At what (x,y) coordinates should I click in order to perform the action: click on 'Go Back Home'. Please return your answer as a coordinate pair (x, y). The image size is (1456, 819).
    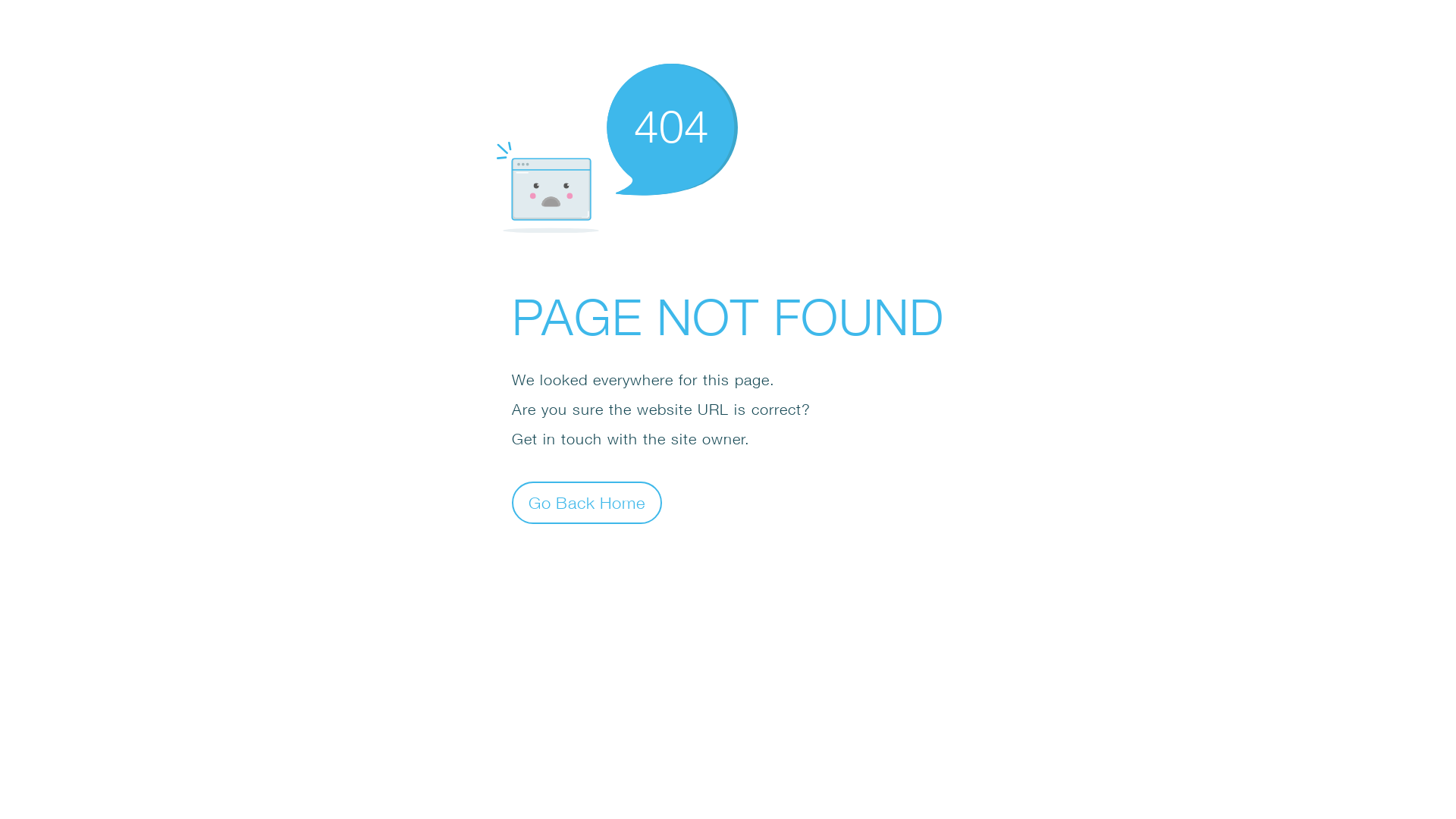
    Looking at the image, I should click on (585, 503).